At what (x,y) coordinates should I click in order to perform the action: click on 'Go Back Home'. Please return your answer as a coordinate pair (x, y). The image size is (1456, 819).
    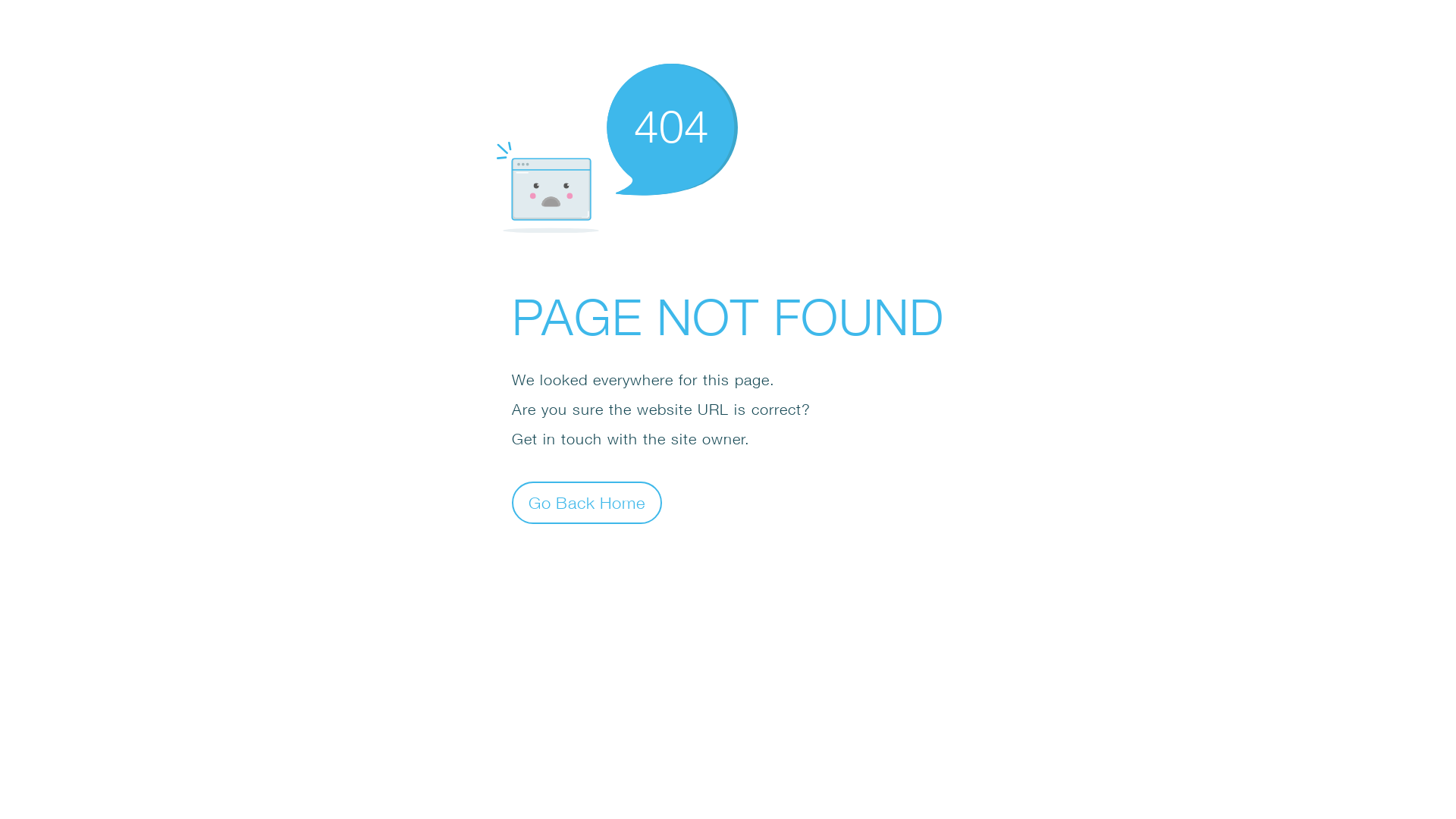
    Looking at the image, I should click on (585, 503).